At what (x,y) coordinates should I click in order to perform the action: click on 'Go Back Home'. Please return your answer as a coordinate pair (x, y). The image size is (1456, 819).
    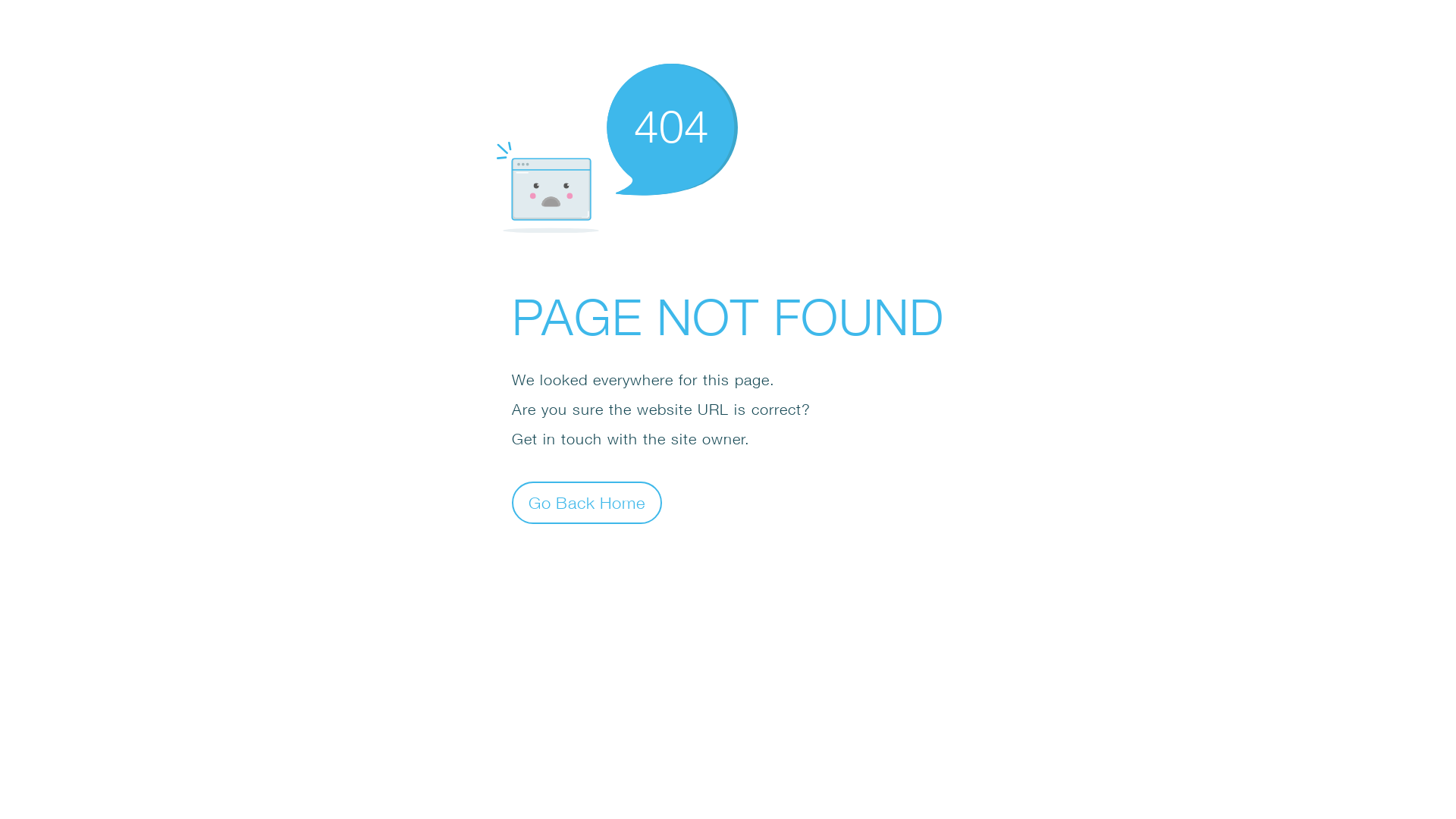
    Looking at the image, I should click on (585, 503).